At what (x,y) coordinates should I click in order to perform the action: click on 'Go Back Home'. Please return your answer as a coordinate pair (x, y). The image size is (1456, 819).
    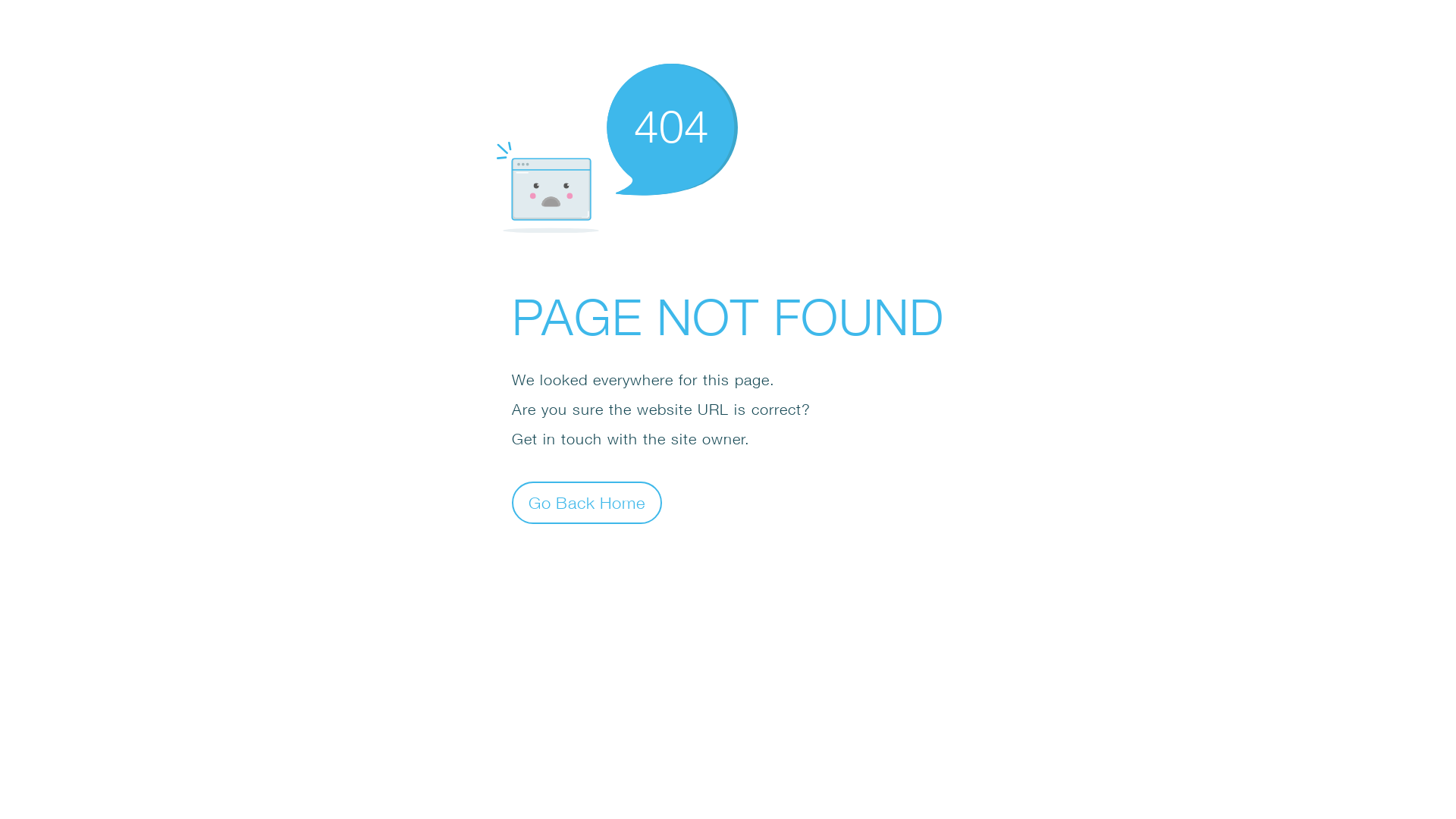
    Looking at the image, I should click on (585, 503).